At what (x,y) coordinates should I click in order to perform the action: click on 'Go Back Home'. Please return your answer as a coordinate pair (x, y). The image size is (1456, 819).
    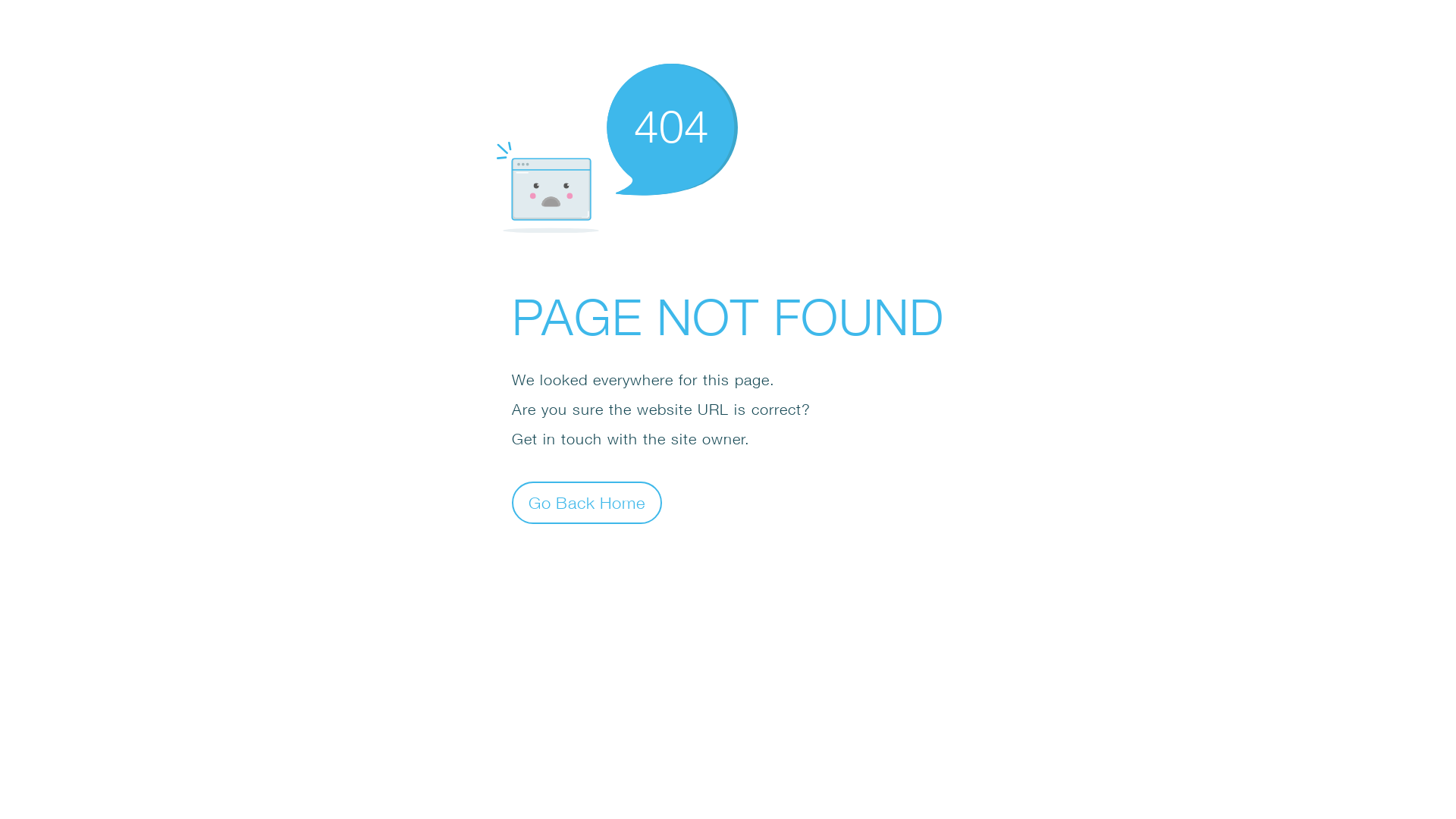
    Looking at the image, I should click on (585, 503).